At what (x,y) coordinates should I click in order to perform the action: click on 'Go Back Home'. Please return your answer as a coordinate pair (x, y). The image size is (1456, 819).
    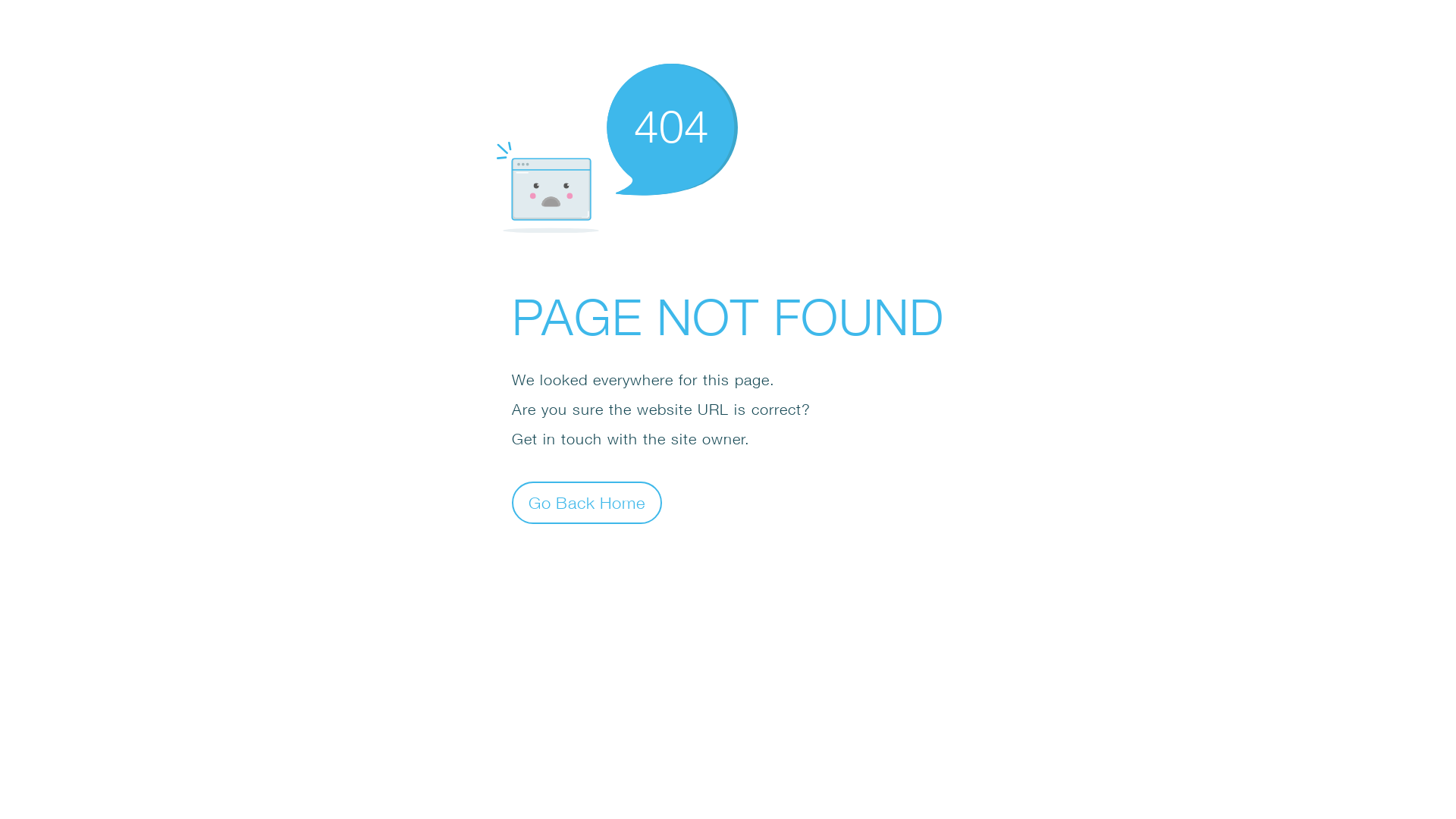
    Looking at the image, I should click on (585, 503).